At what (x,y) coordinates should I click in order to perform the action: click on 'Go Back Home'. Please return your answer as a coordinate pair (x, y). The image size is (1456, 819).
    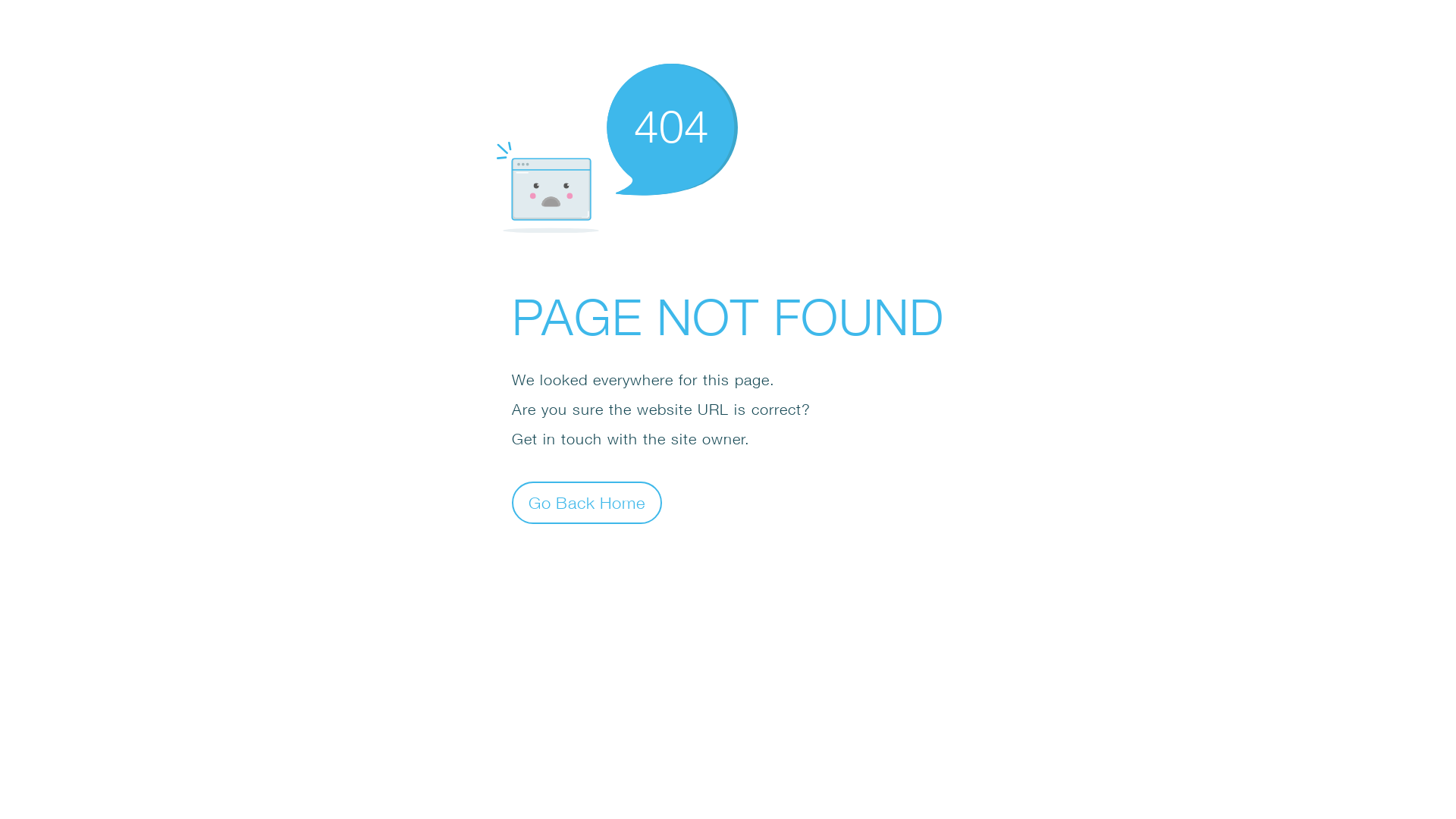
    Looking at the image, I should click on (585, 503).